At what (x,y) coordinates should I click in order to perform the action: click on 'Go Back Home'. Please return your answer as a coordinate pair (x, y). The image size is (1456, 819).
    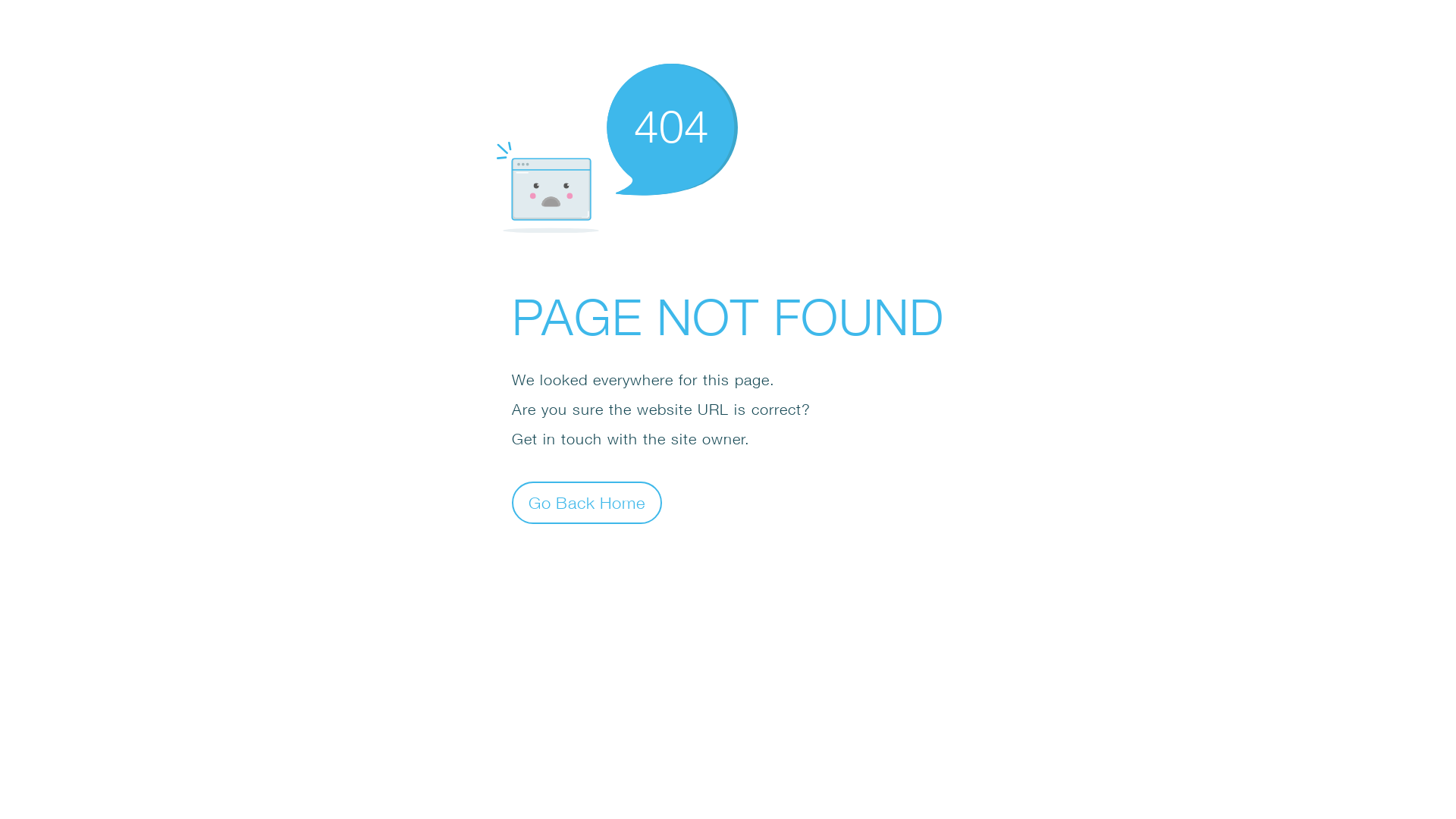
    Looking at the image, I should click on (585, 503).